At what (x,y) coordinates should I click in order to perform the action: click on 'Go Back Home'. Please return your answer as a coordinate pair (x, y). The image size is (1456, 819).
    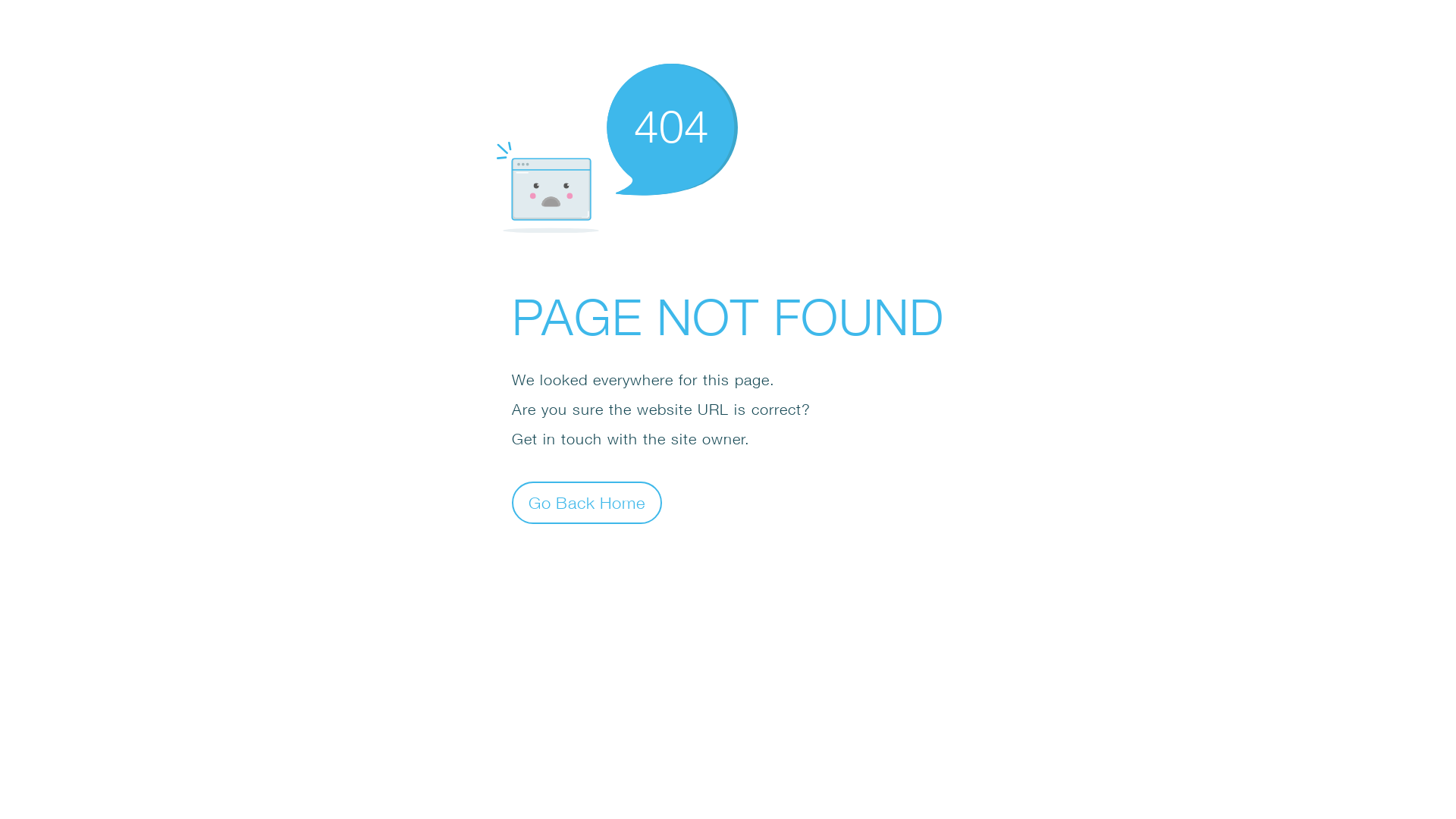
    Looking at the image, I should click on (585, 503).